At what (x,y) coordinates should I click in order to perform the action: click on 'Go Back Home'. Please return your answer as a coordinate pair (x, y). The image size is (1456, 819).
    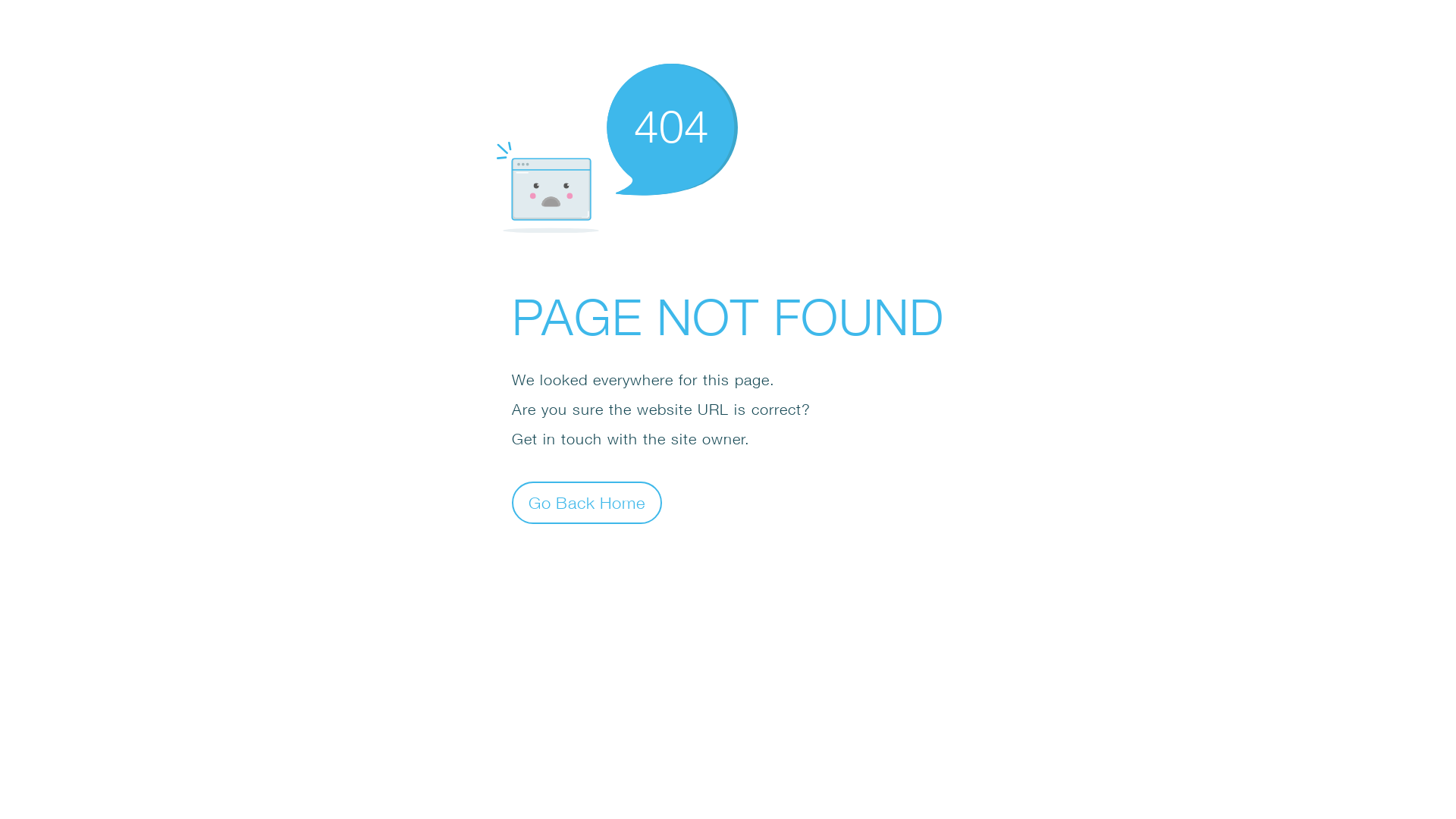
    Looking at the image, I should click on (585, 503).